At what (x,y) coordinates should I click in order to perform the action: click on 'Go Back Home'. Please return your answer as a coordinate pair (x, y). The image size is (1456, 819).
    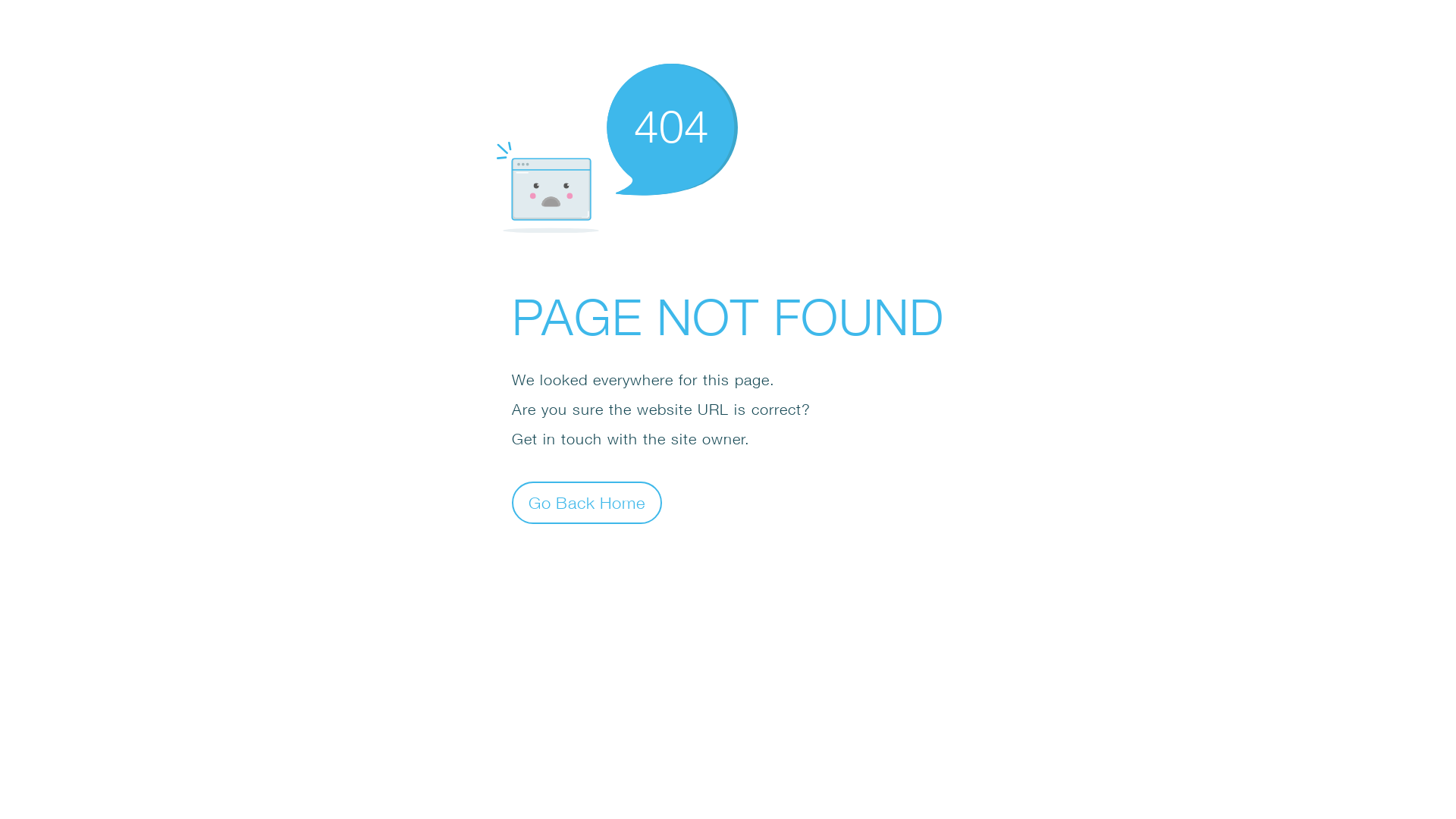
    Looking at the image, I should click on (585, 503).